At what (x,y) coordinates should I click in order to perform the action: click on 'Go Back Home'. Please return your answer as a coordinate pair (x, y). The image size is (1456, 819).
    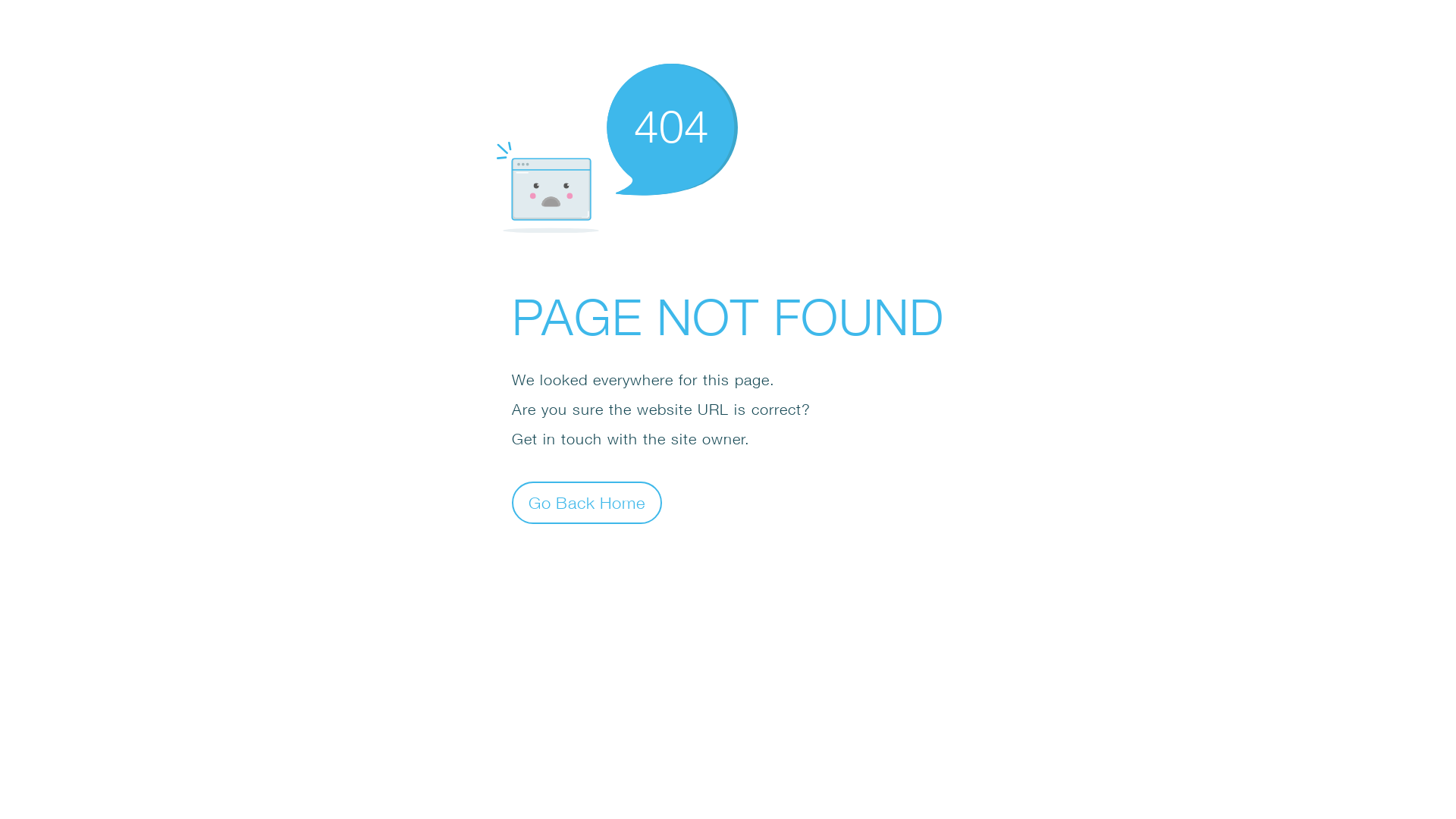
    Looking at the image, I should click on (585, 503).